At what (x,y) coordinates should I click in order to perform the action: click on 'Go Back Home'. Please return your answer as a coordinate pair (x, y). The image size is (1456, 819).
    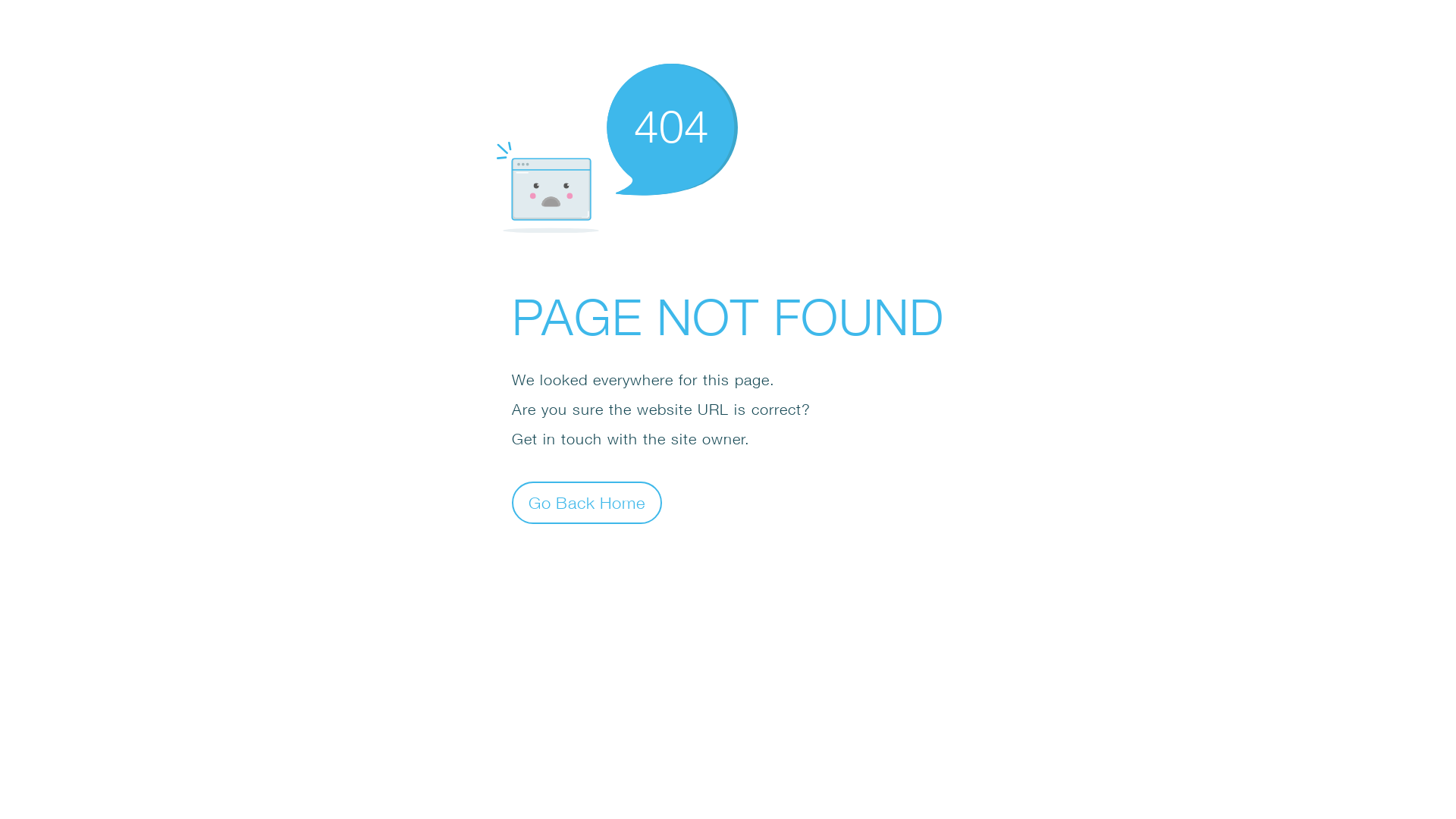
    Looking at the image, I should click on (585, 503).